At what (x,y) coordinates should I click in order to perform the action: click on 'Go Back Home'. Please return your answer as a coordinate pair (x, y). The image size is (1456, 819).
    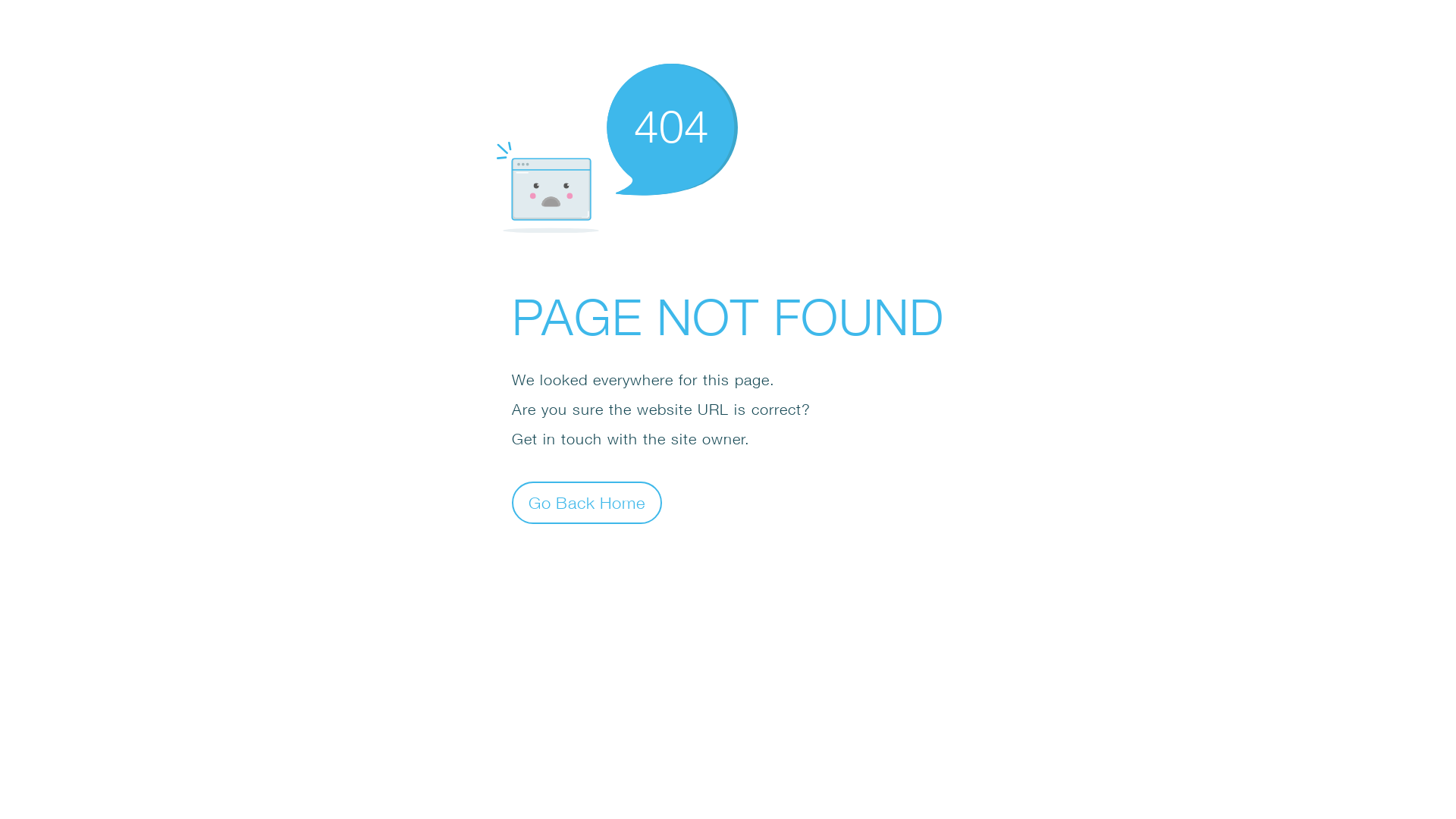
    Looking at the image, I should click on (585, 503).